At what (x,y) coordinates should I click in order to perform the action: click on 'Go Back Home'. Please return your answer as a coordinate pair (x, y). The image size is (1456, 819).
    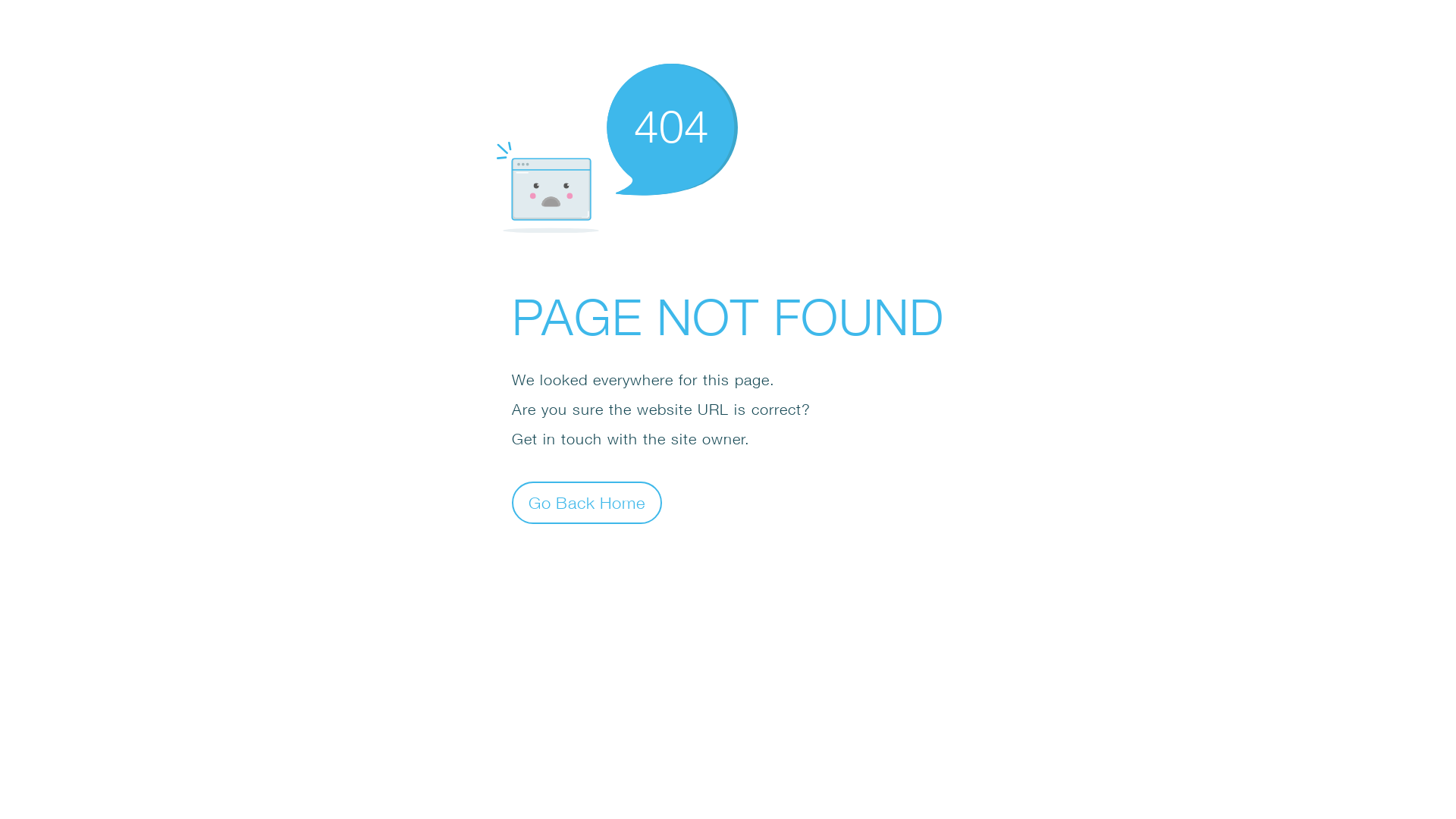
    Looking at the image, I should click on (585, 503).